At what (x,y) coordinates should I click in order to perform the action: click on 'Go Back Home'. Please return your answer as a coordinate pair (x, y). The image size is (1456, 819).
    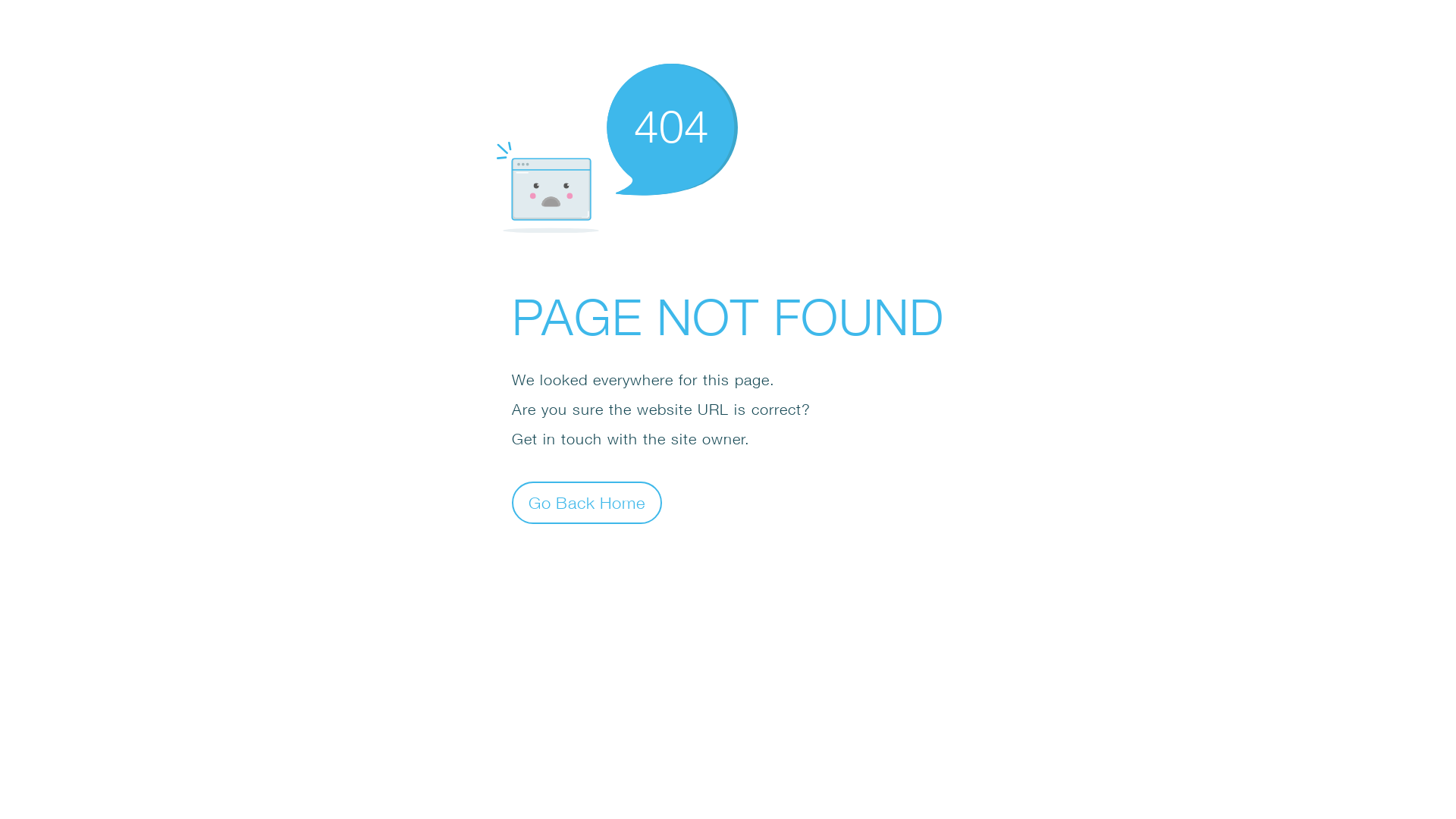
    Looking at the image, I should click on (585, 503).